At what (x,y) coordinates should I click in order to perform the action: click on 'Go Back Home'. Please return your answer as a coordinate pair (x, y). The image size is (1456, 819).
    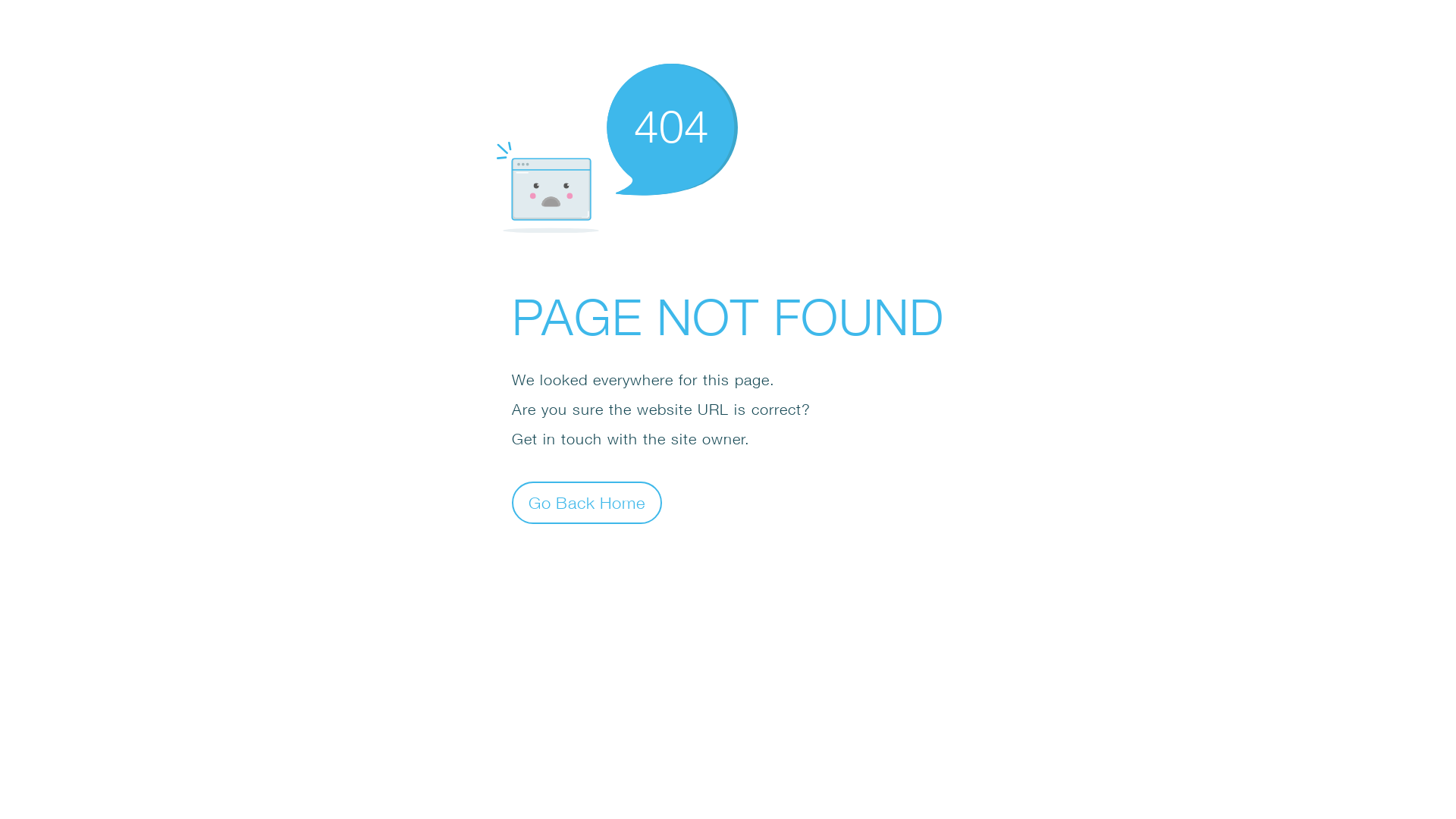
    Looking at the image, I should click on (585, 503).